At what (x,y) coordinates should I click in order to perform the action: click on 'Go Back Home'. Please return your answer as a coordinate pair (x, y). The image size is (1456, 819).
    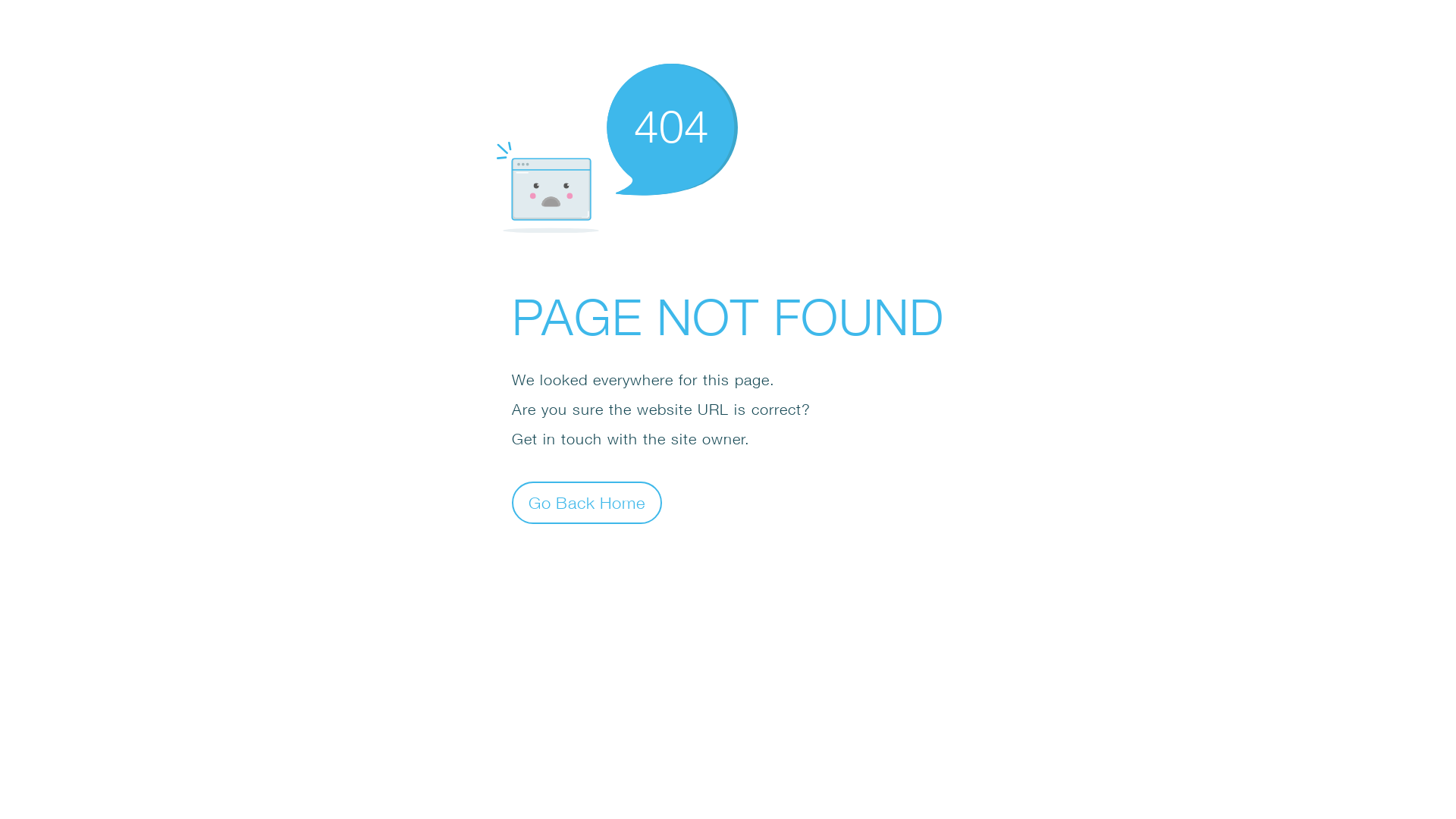
    Looking at the image, I should click on (585, 503).